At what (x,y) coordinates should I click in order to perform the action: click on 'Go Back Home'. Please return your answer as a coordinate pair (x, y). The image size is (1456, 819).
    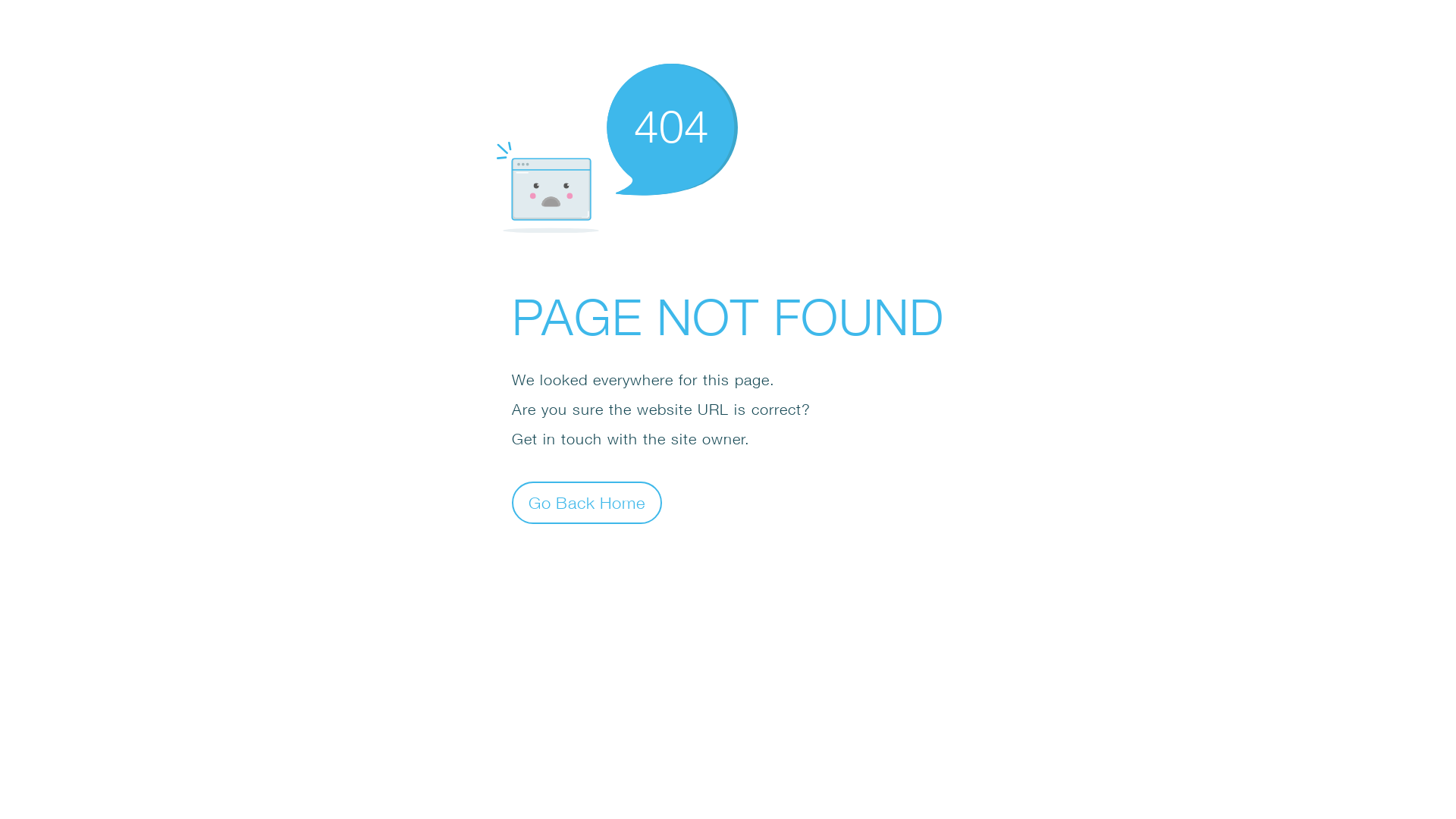
    Looking at the image, I should click on (585, 503).